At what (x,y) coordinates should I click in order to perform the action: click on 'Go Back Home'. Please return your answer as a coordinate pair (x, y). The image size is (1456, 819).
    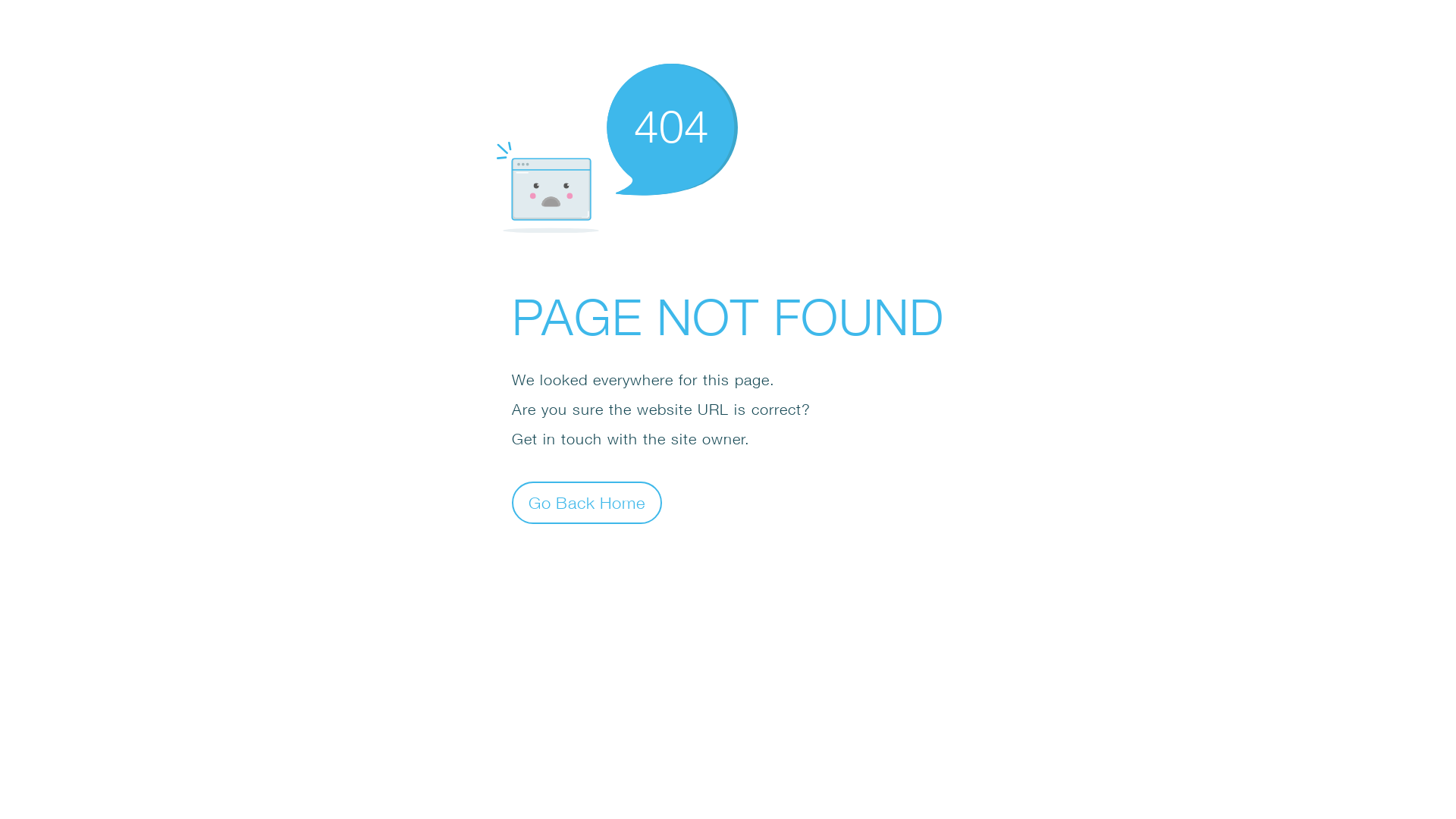
    Looking at the image, I should click on (585, 503).